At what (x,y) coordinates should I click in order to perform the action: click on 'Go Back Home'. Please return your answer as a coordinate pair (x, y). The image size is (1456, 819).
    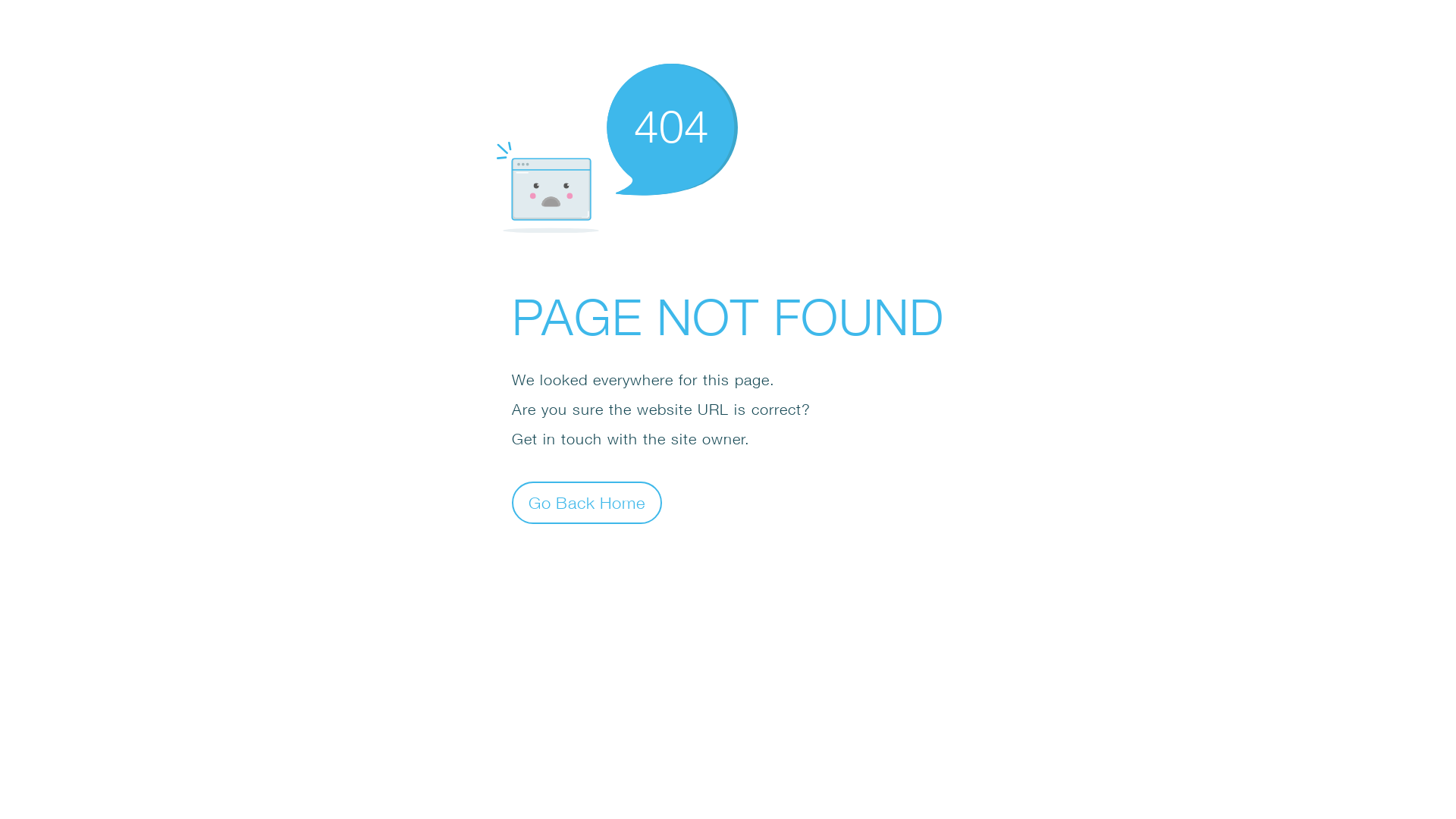
    Looking at the image, I should click on (585, 503).